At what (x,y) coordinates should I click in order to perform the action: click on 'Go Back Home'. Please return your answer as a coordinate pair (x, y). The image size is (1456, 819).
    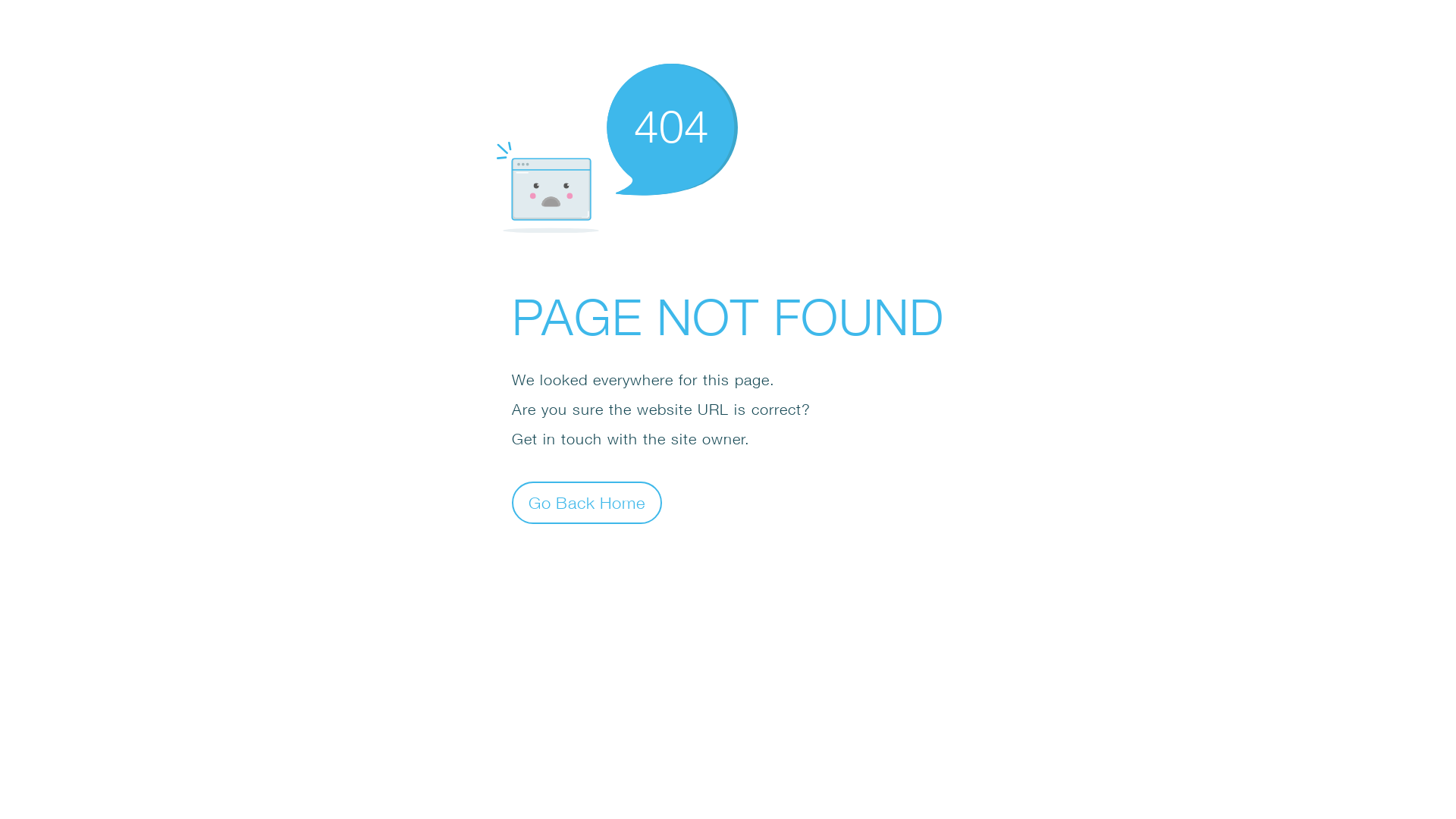
    Looking at the image, I should click on (585, 503).